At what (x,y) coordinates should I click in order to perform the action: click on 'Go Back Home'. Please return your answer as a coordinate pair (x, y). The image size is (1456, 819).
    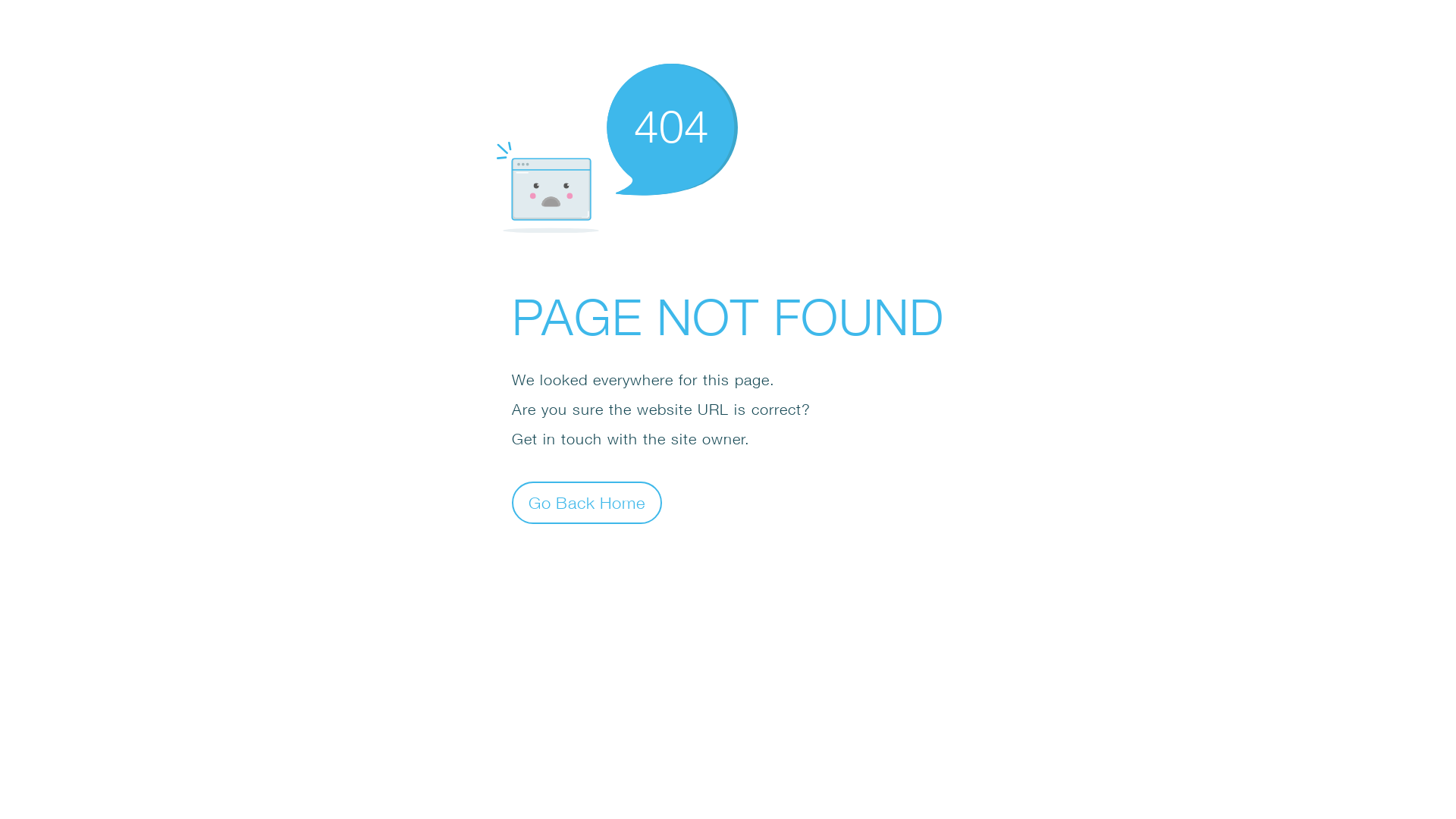
    Looking at the image, I should click on (585, 503).